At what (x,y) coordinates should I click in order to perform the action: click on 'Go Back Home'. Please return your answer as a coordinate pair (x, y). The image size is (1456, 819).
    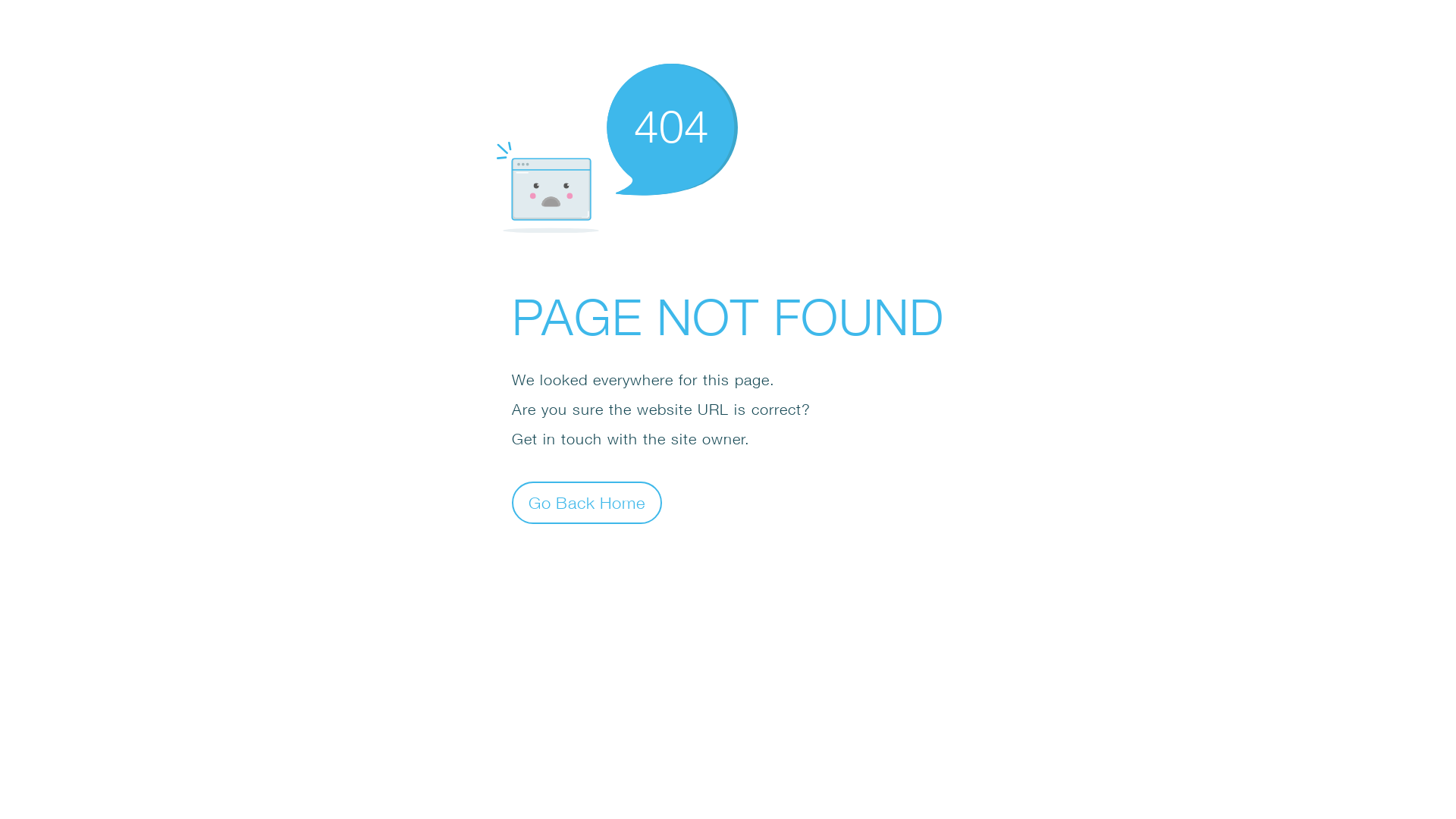
    Looking at the image, I should click on (585, 503).